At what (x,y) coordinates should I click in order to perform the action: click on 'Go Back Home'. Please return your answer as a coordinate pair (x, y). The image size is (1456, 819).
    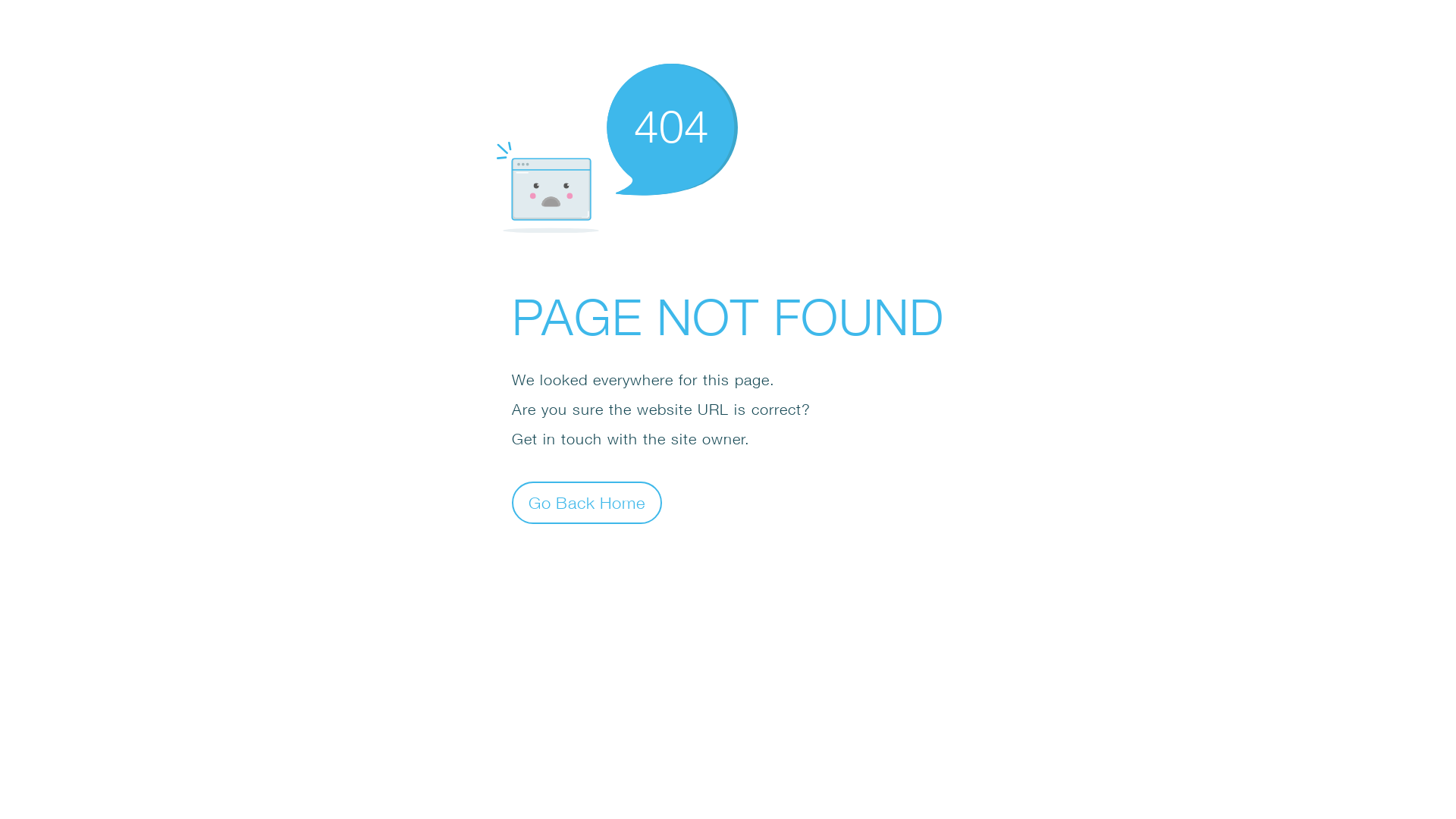
    Looking at the image, I should click on (585, 503).